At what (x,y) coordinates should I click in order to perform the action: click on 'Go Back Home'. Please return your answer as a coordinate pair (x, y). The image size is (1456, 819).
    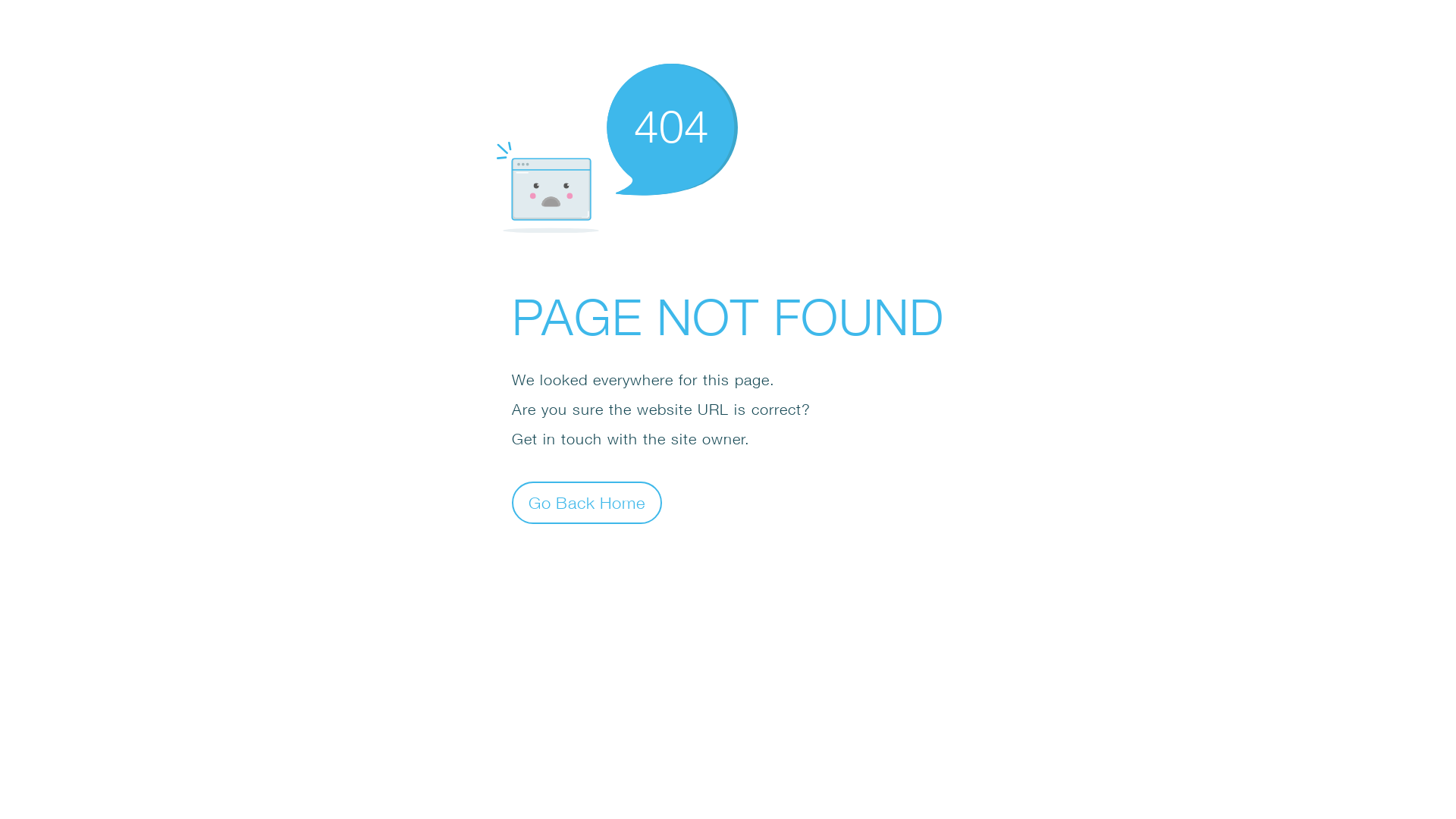
    Looking at the image, I should click on (585, 503).